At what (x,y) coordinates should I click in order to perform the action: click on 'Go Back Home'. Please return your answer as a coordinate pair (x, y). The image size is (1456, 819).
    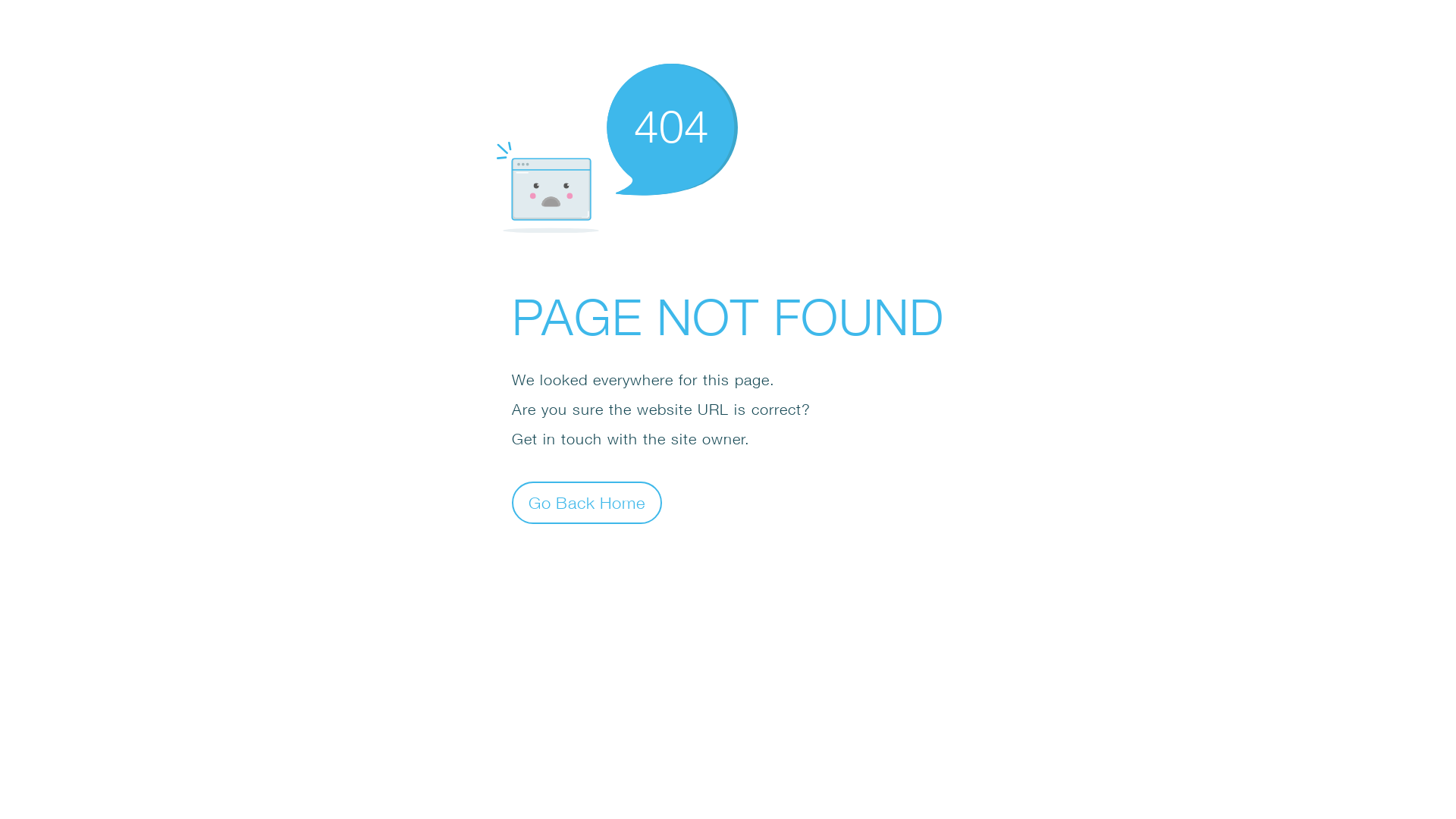
    Looking at the image, I should click on (585, 503).